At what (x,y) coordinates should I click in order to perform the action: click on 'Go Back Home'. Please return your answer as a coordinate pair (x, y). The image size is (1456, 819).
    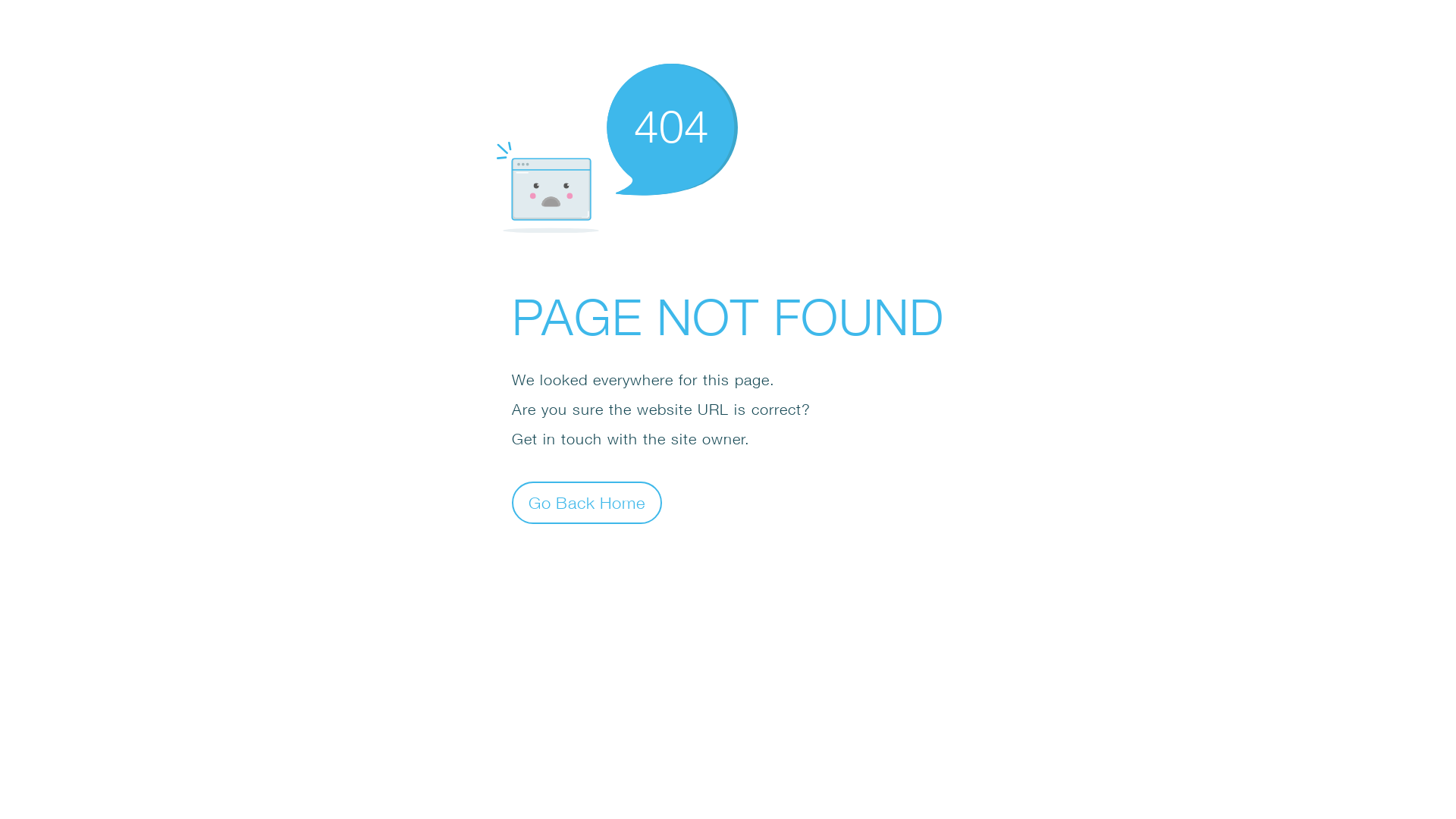
    Looking at the image, I should click on (585, 503).